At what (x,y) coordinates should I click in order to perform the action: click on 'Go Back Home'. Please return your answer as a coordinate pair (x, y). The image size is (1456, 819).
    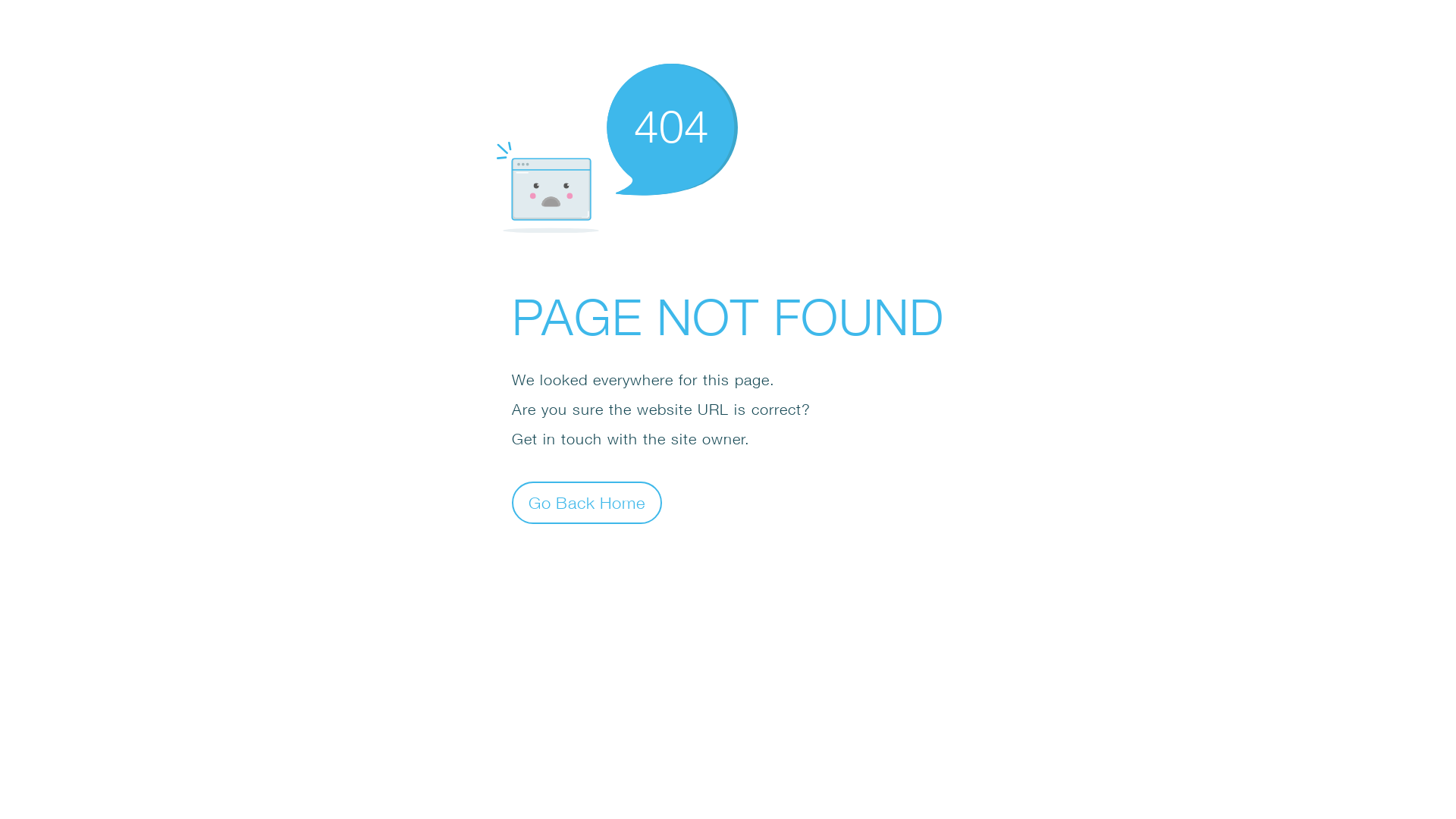
    Looking at the image, I should click on (585, 503).